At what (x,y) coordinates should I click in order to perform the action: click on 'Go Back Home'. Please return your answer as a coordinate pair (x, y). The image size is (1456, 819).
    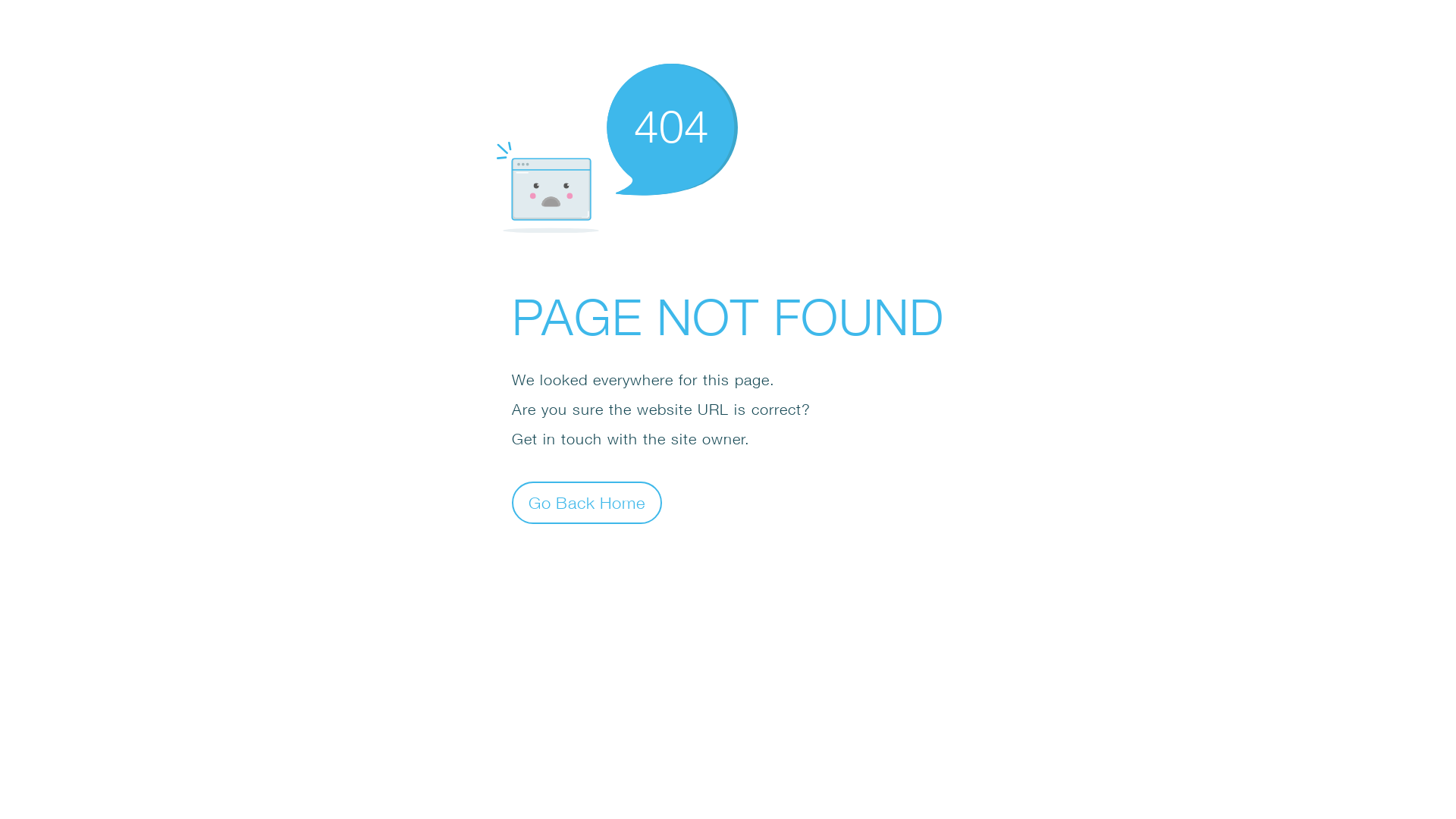
    Looking at the image, I should click on (585, 503).